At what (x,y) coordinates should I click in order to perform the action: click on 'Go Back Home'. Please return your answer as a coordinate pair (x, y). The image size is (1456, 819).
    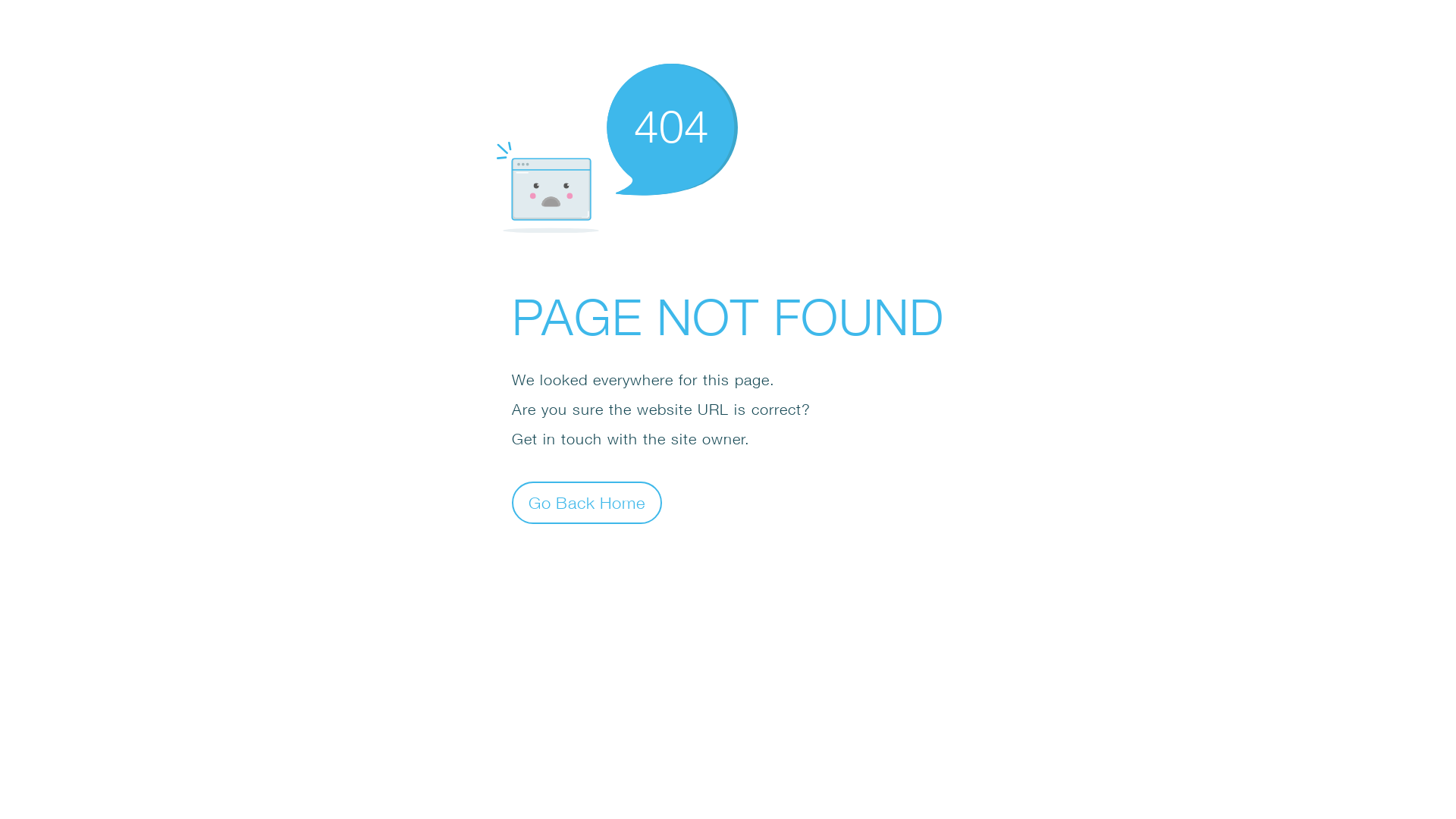
    Looking at the image, I should click on (585, 503).